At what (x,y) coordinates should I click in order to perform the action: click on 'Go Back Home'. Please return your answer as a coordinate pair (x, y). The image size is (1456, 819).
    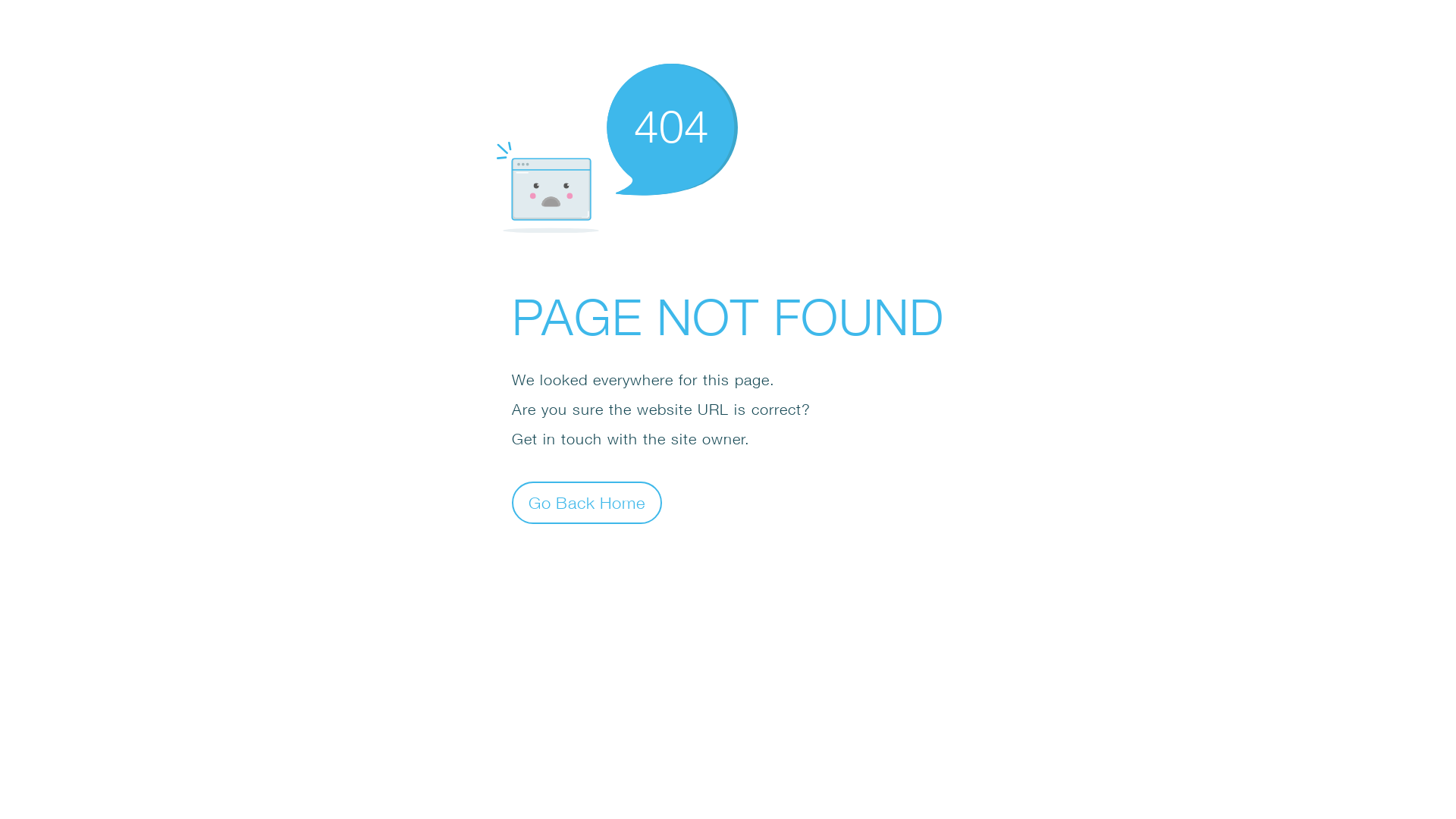
    Looking at the image, I should click on (585, 503).